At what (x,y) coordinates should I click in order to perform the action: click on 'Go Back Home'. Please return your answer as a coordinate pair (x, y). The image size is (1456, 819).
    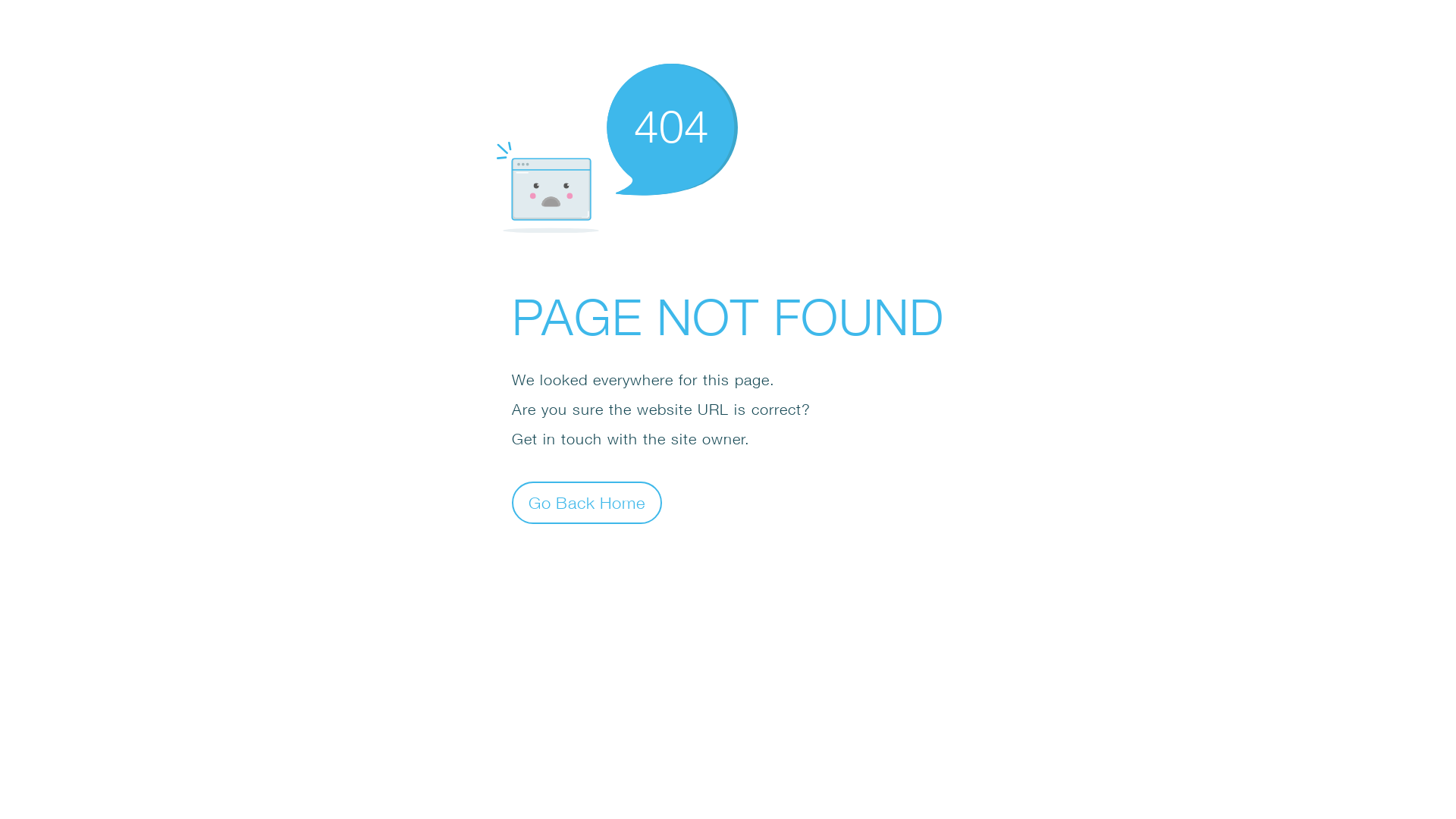
    Looking at the image, I should click on (585, 503).